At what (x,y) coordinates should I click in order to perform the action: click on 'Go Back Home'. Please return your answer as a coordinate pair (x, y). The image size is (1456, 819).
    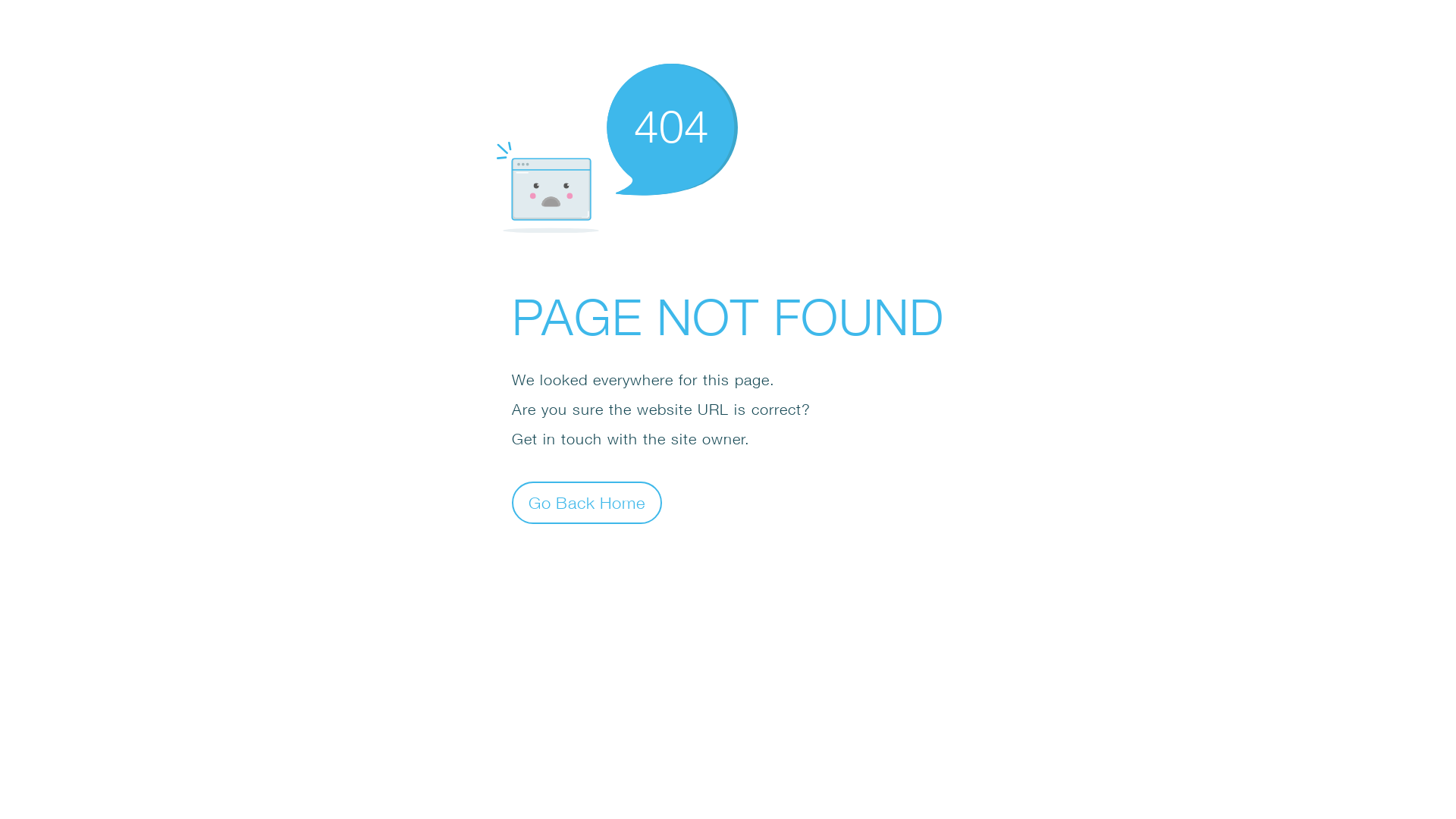
    Looking at the image, I should click on (585, 503).